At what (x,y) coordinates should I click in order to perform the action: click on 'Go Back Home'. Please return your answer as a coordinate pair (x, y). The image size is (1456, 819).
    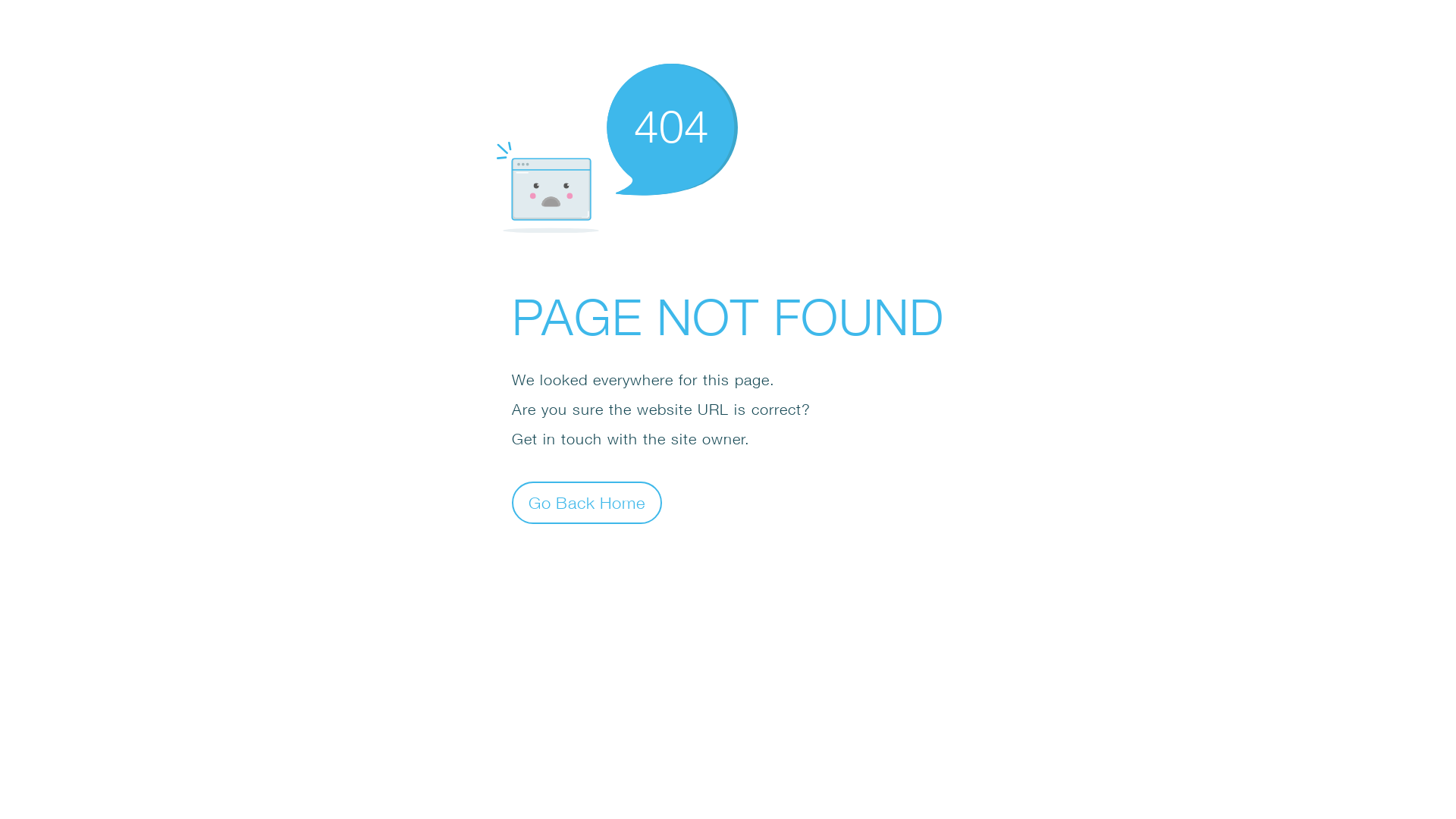
    Looking at the image, I should click on (585, 503).